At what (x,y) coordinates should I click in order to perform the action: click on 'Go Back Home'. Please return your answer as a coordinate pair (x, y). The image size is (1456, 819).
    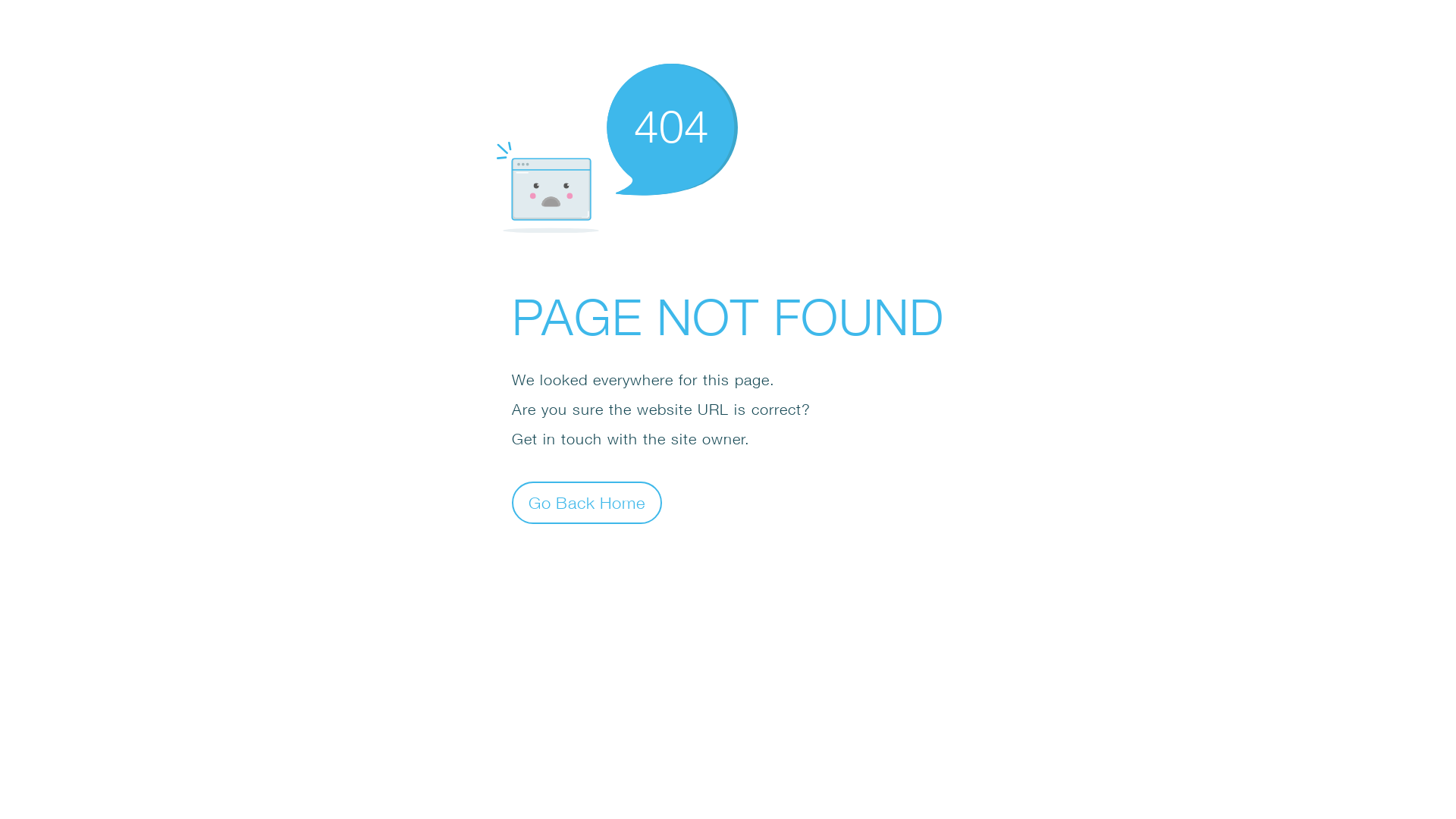
    Looking at the image, I should click on (585, 503).